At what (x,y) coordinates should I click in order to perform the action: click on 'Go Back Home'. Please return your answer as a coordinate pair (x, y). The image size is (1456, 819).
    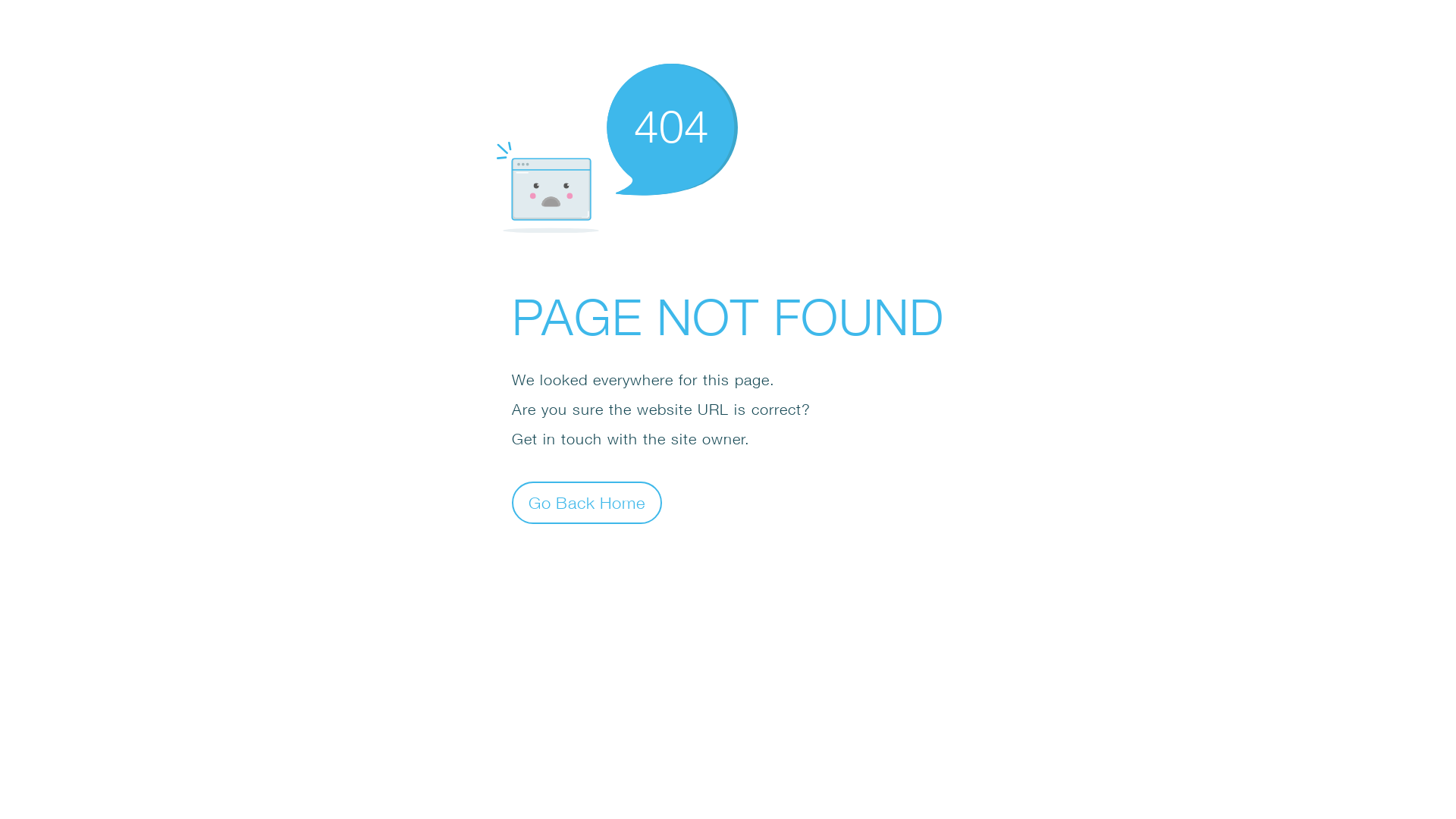
    Looking at the image, I should click on (585, 503).